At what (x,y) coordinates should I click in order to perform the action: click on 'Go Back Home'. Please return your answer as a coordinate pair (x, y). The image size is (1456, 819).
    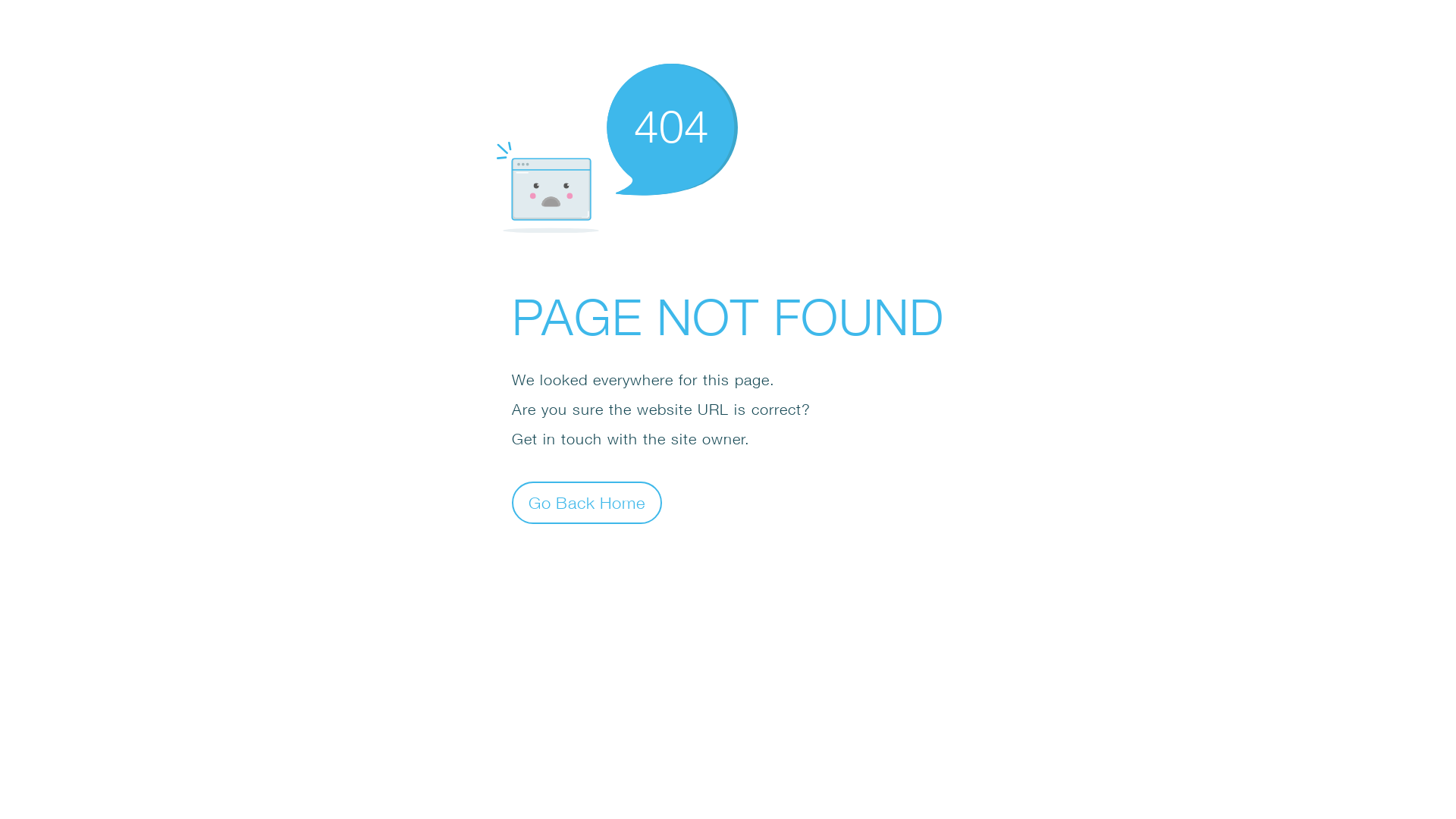
    Looking at the image, I should click on (585, 503).